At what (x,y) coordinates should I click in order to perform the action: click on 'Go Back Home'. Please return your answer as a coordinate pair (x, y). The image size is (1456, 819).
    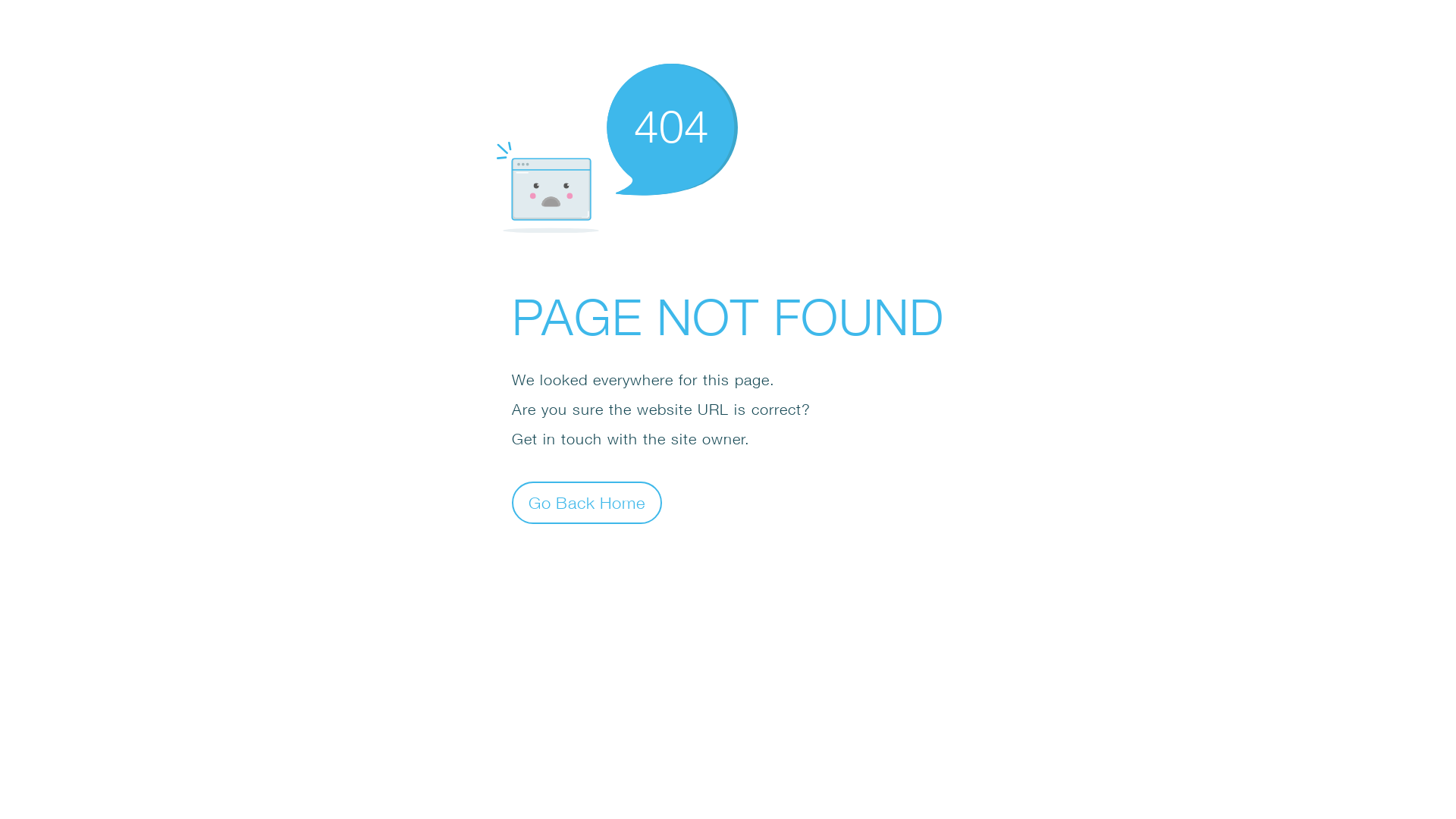
    Looking at the image, I should click on (585, 503).